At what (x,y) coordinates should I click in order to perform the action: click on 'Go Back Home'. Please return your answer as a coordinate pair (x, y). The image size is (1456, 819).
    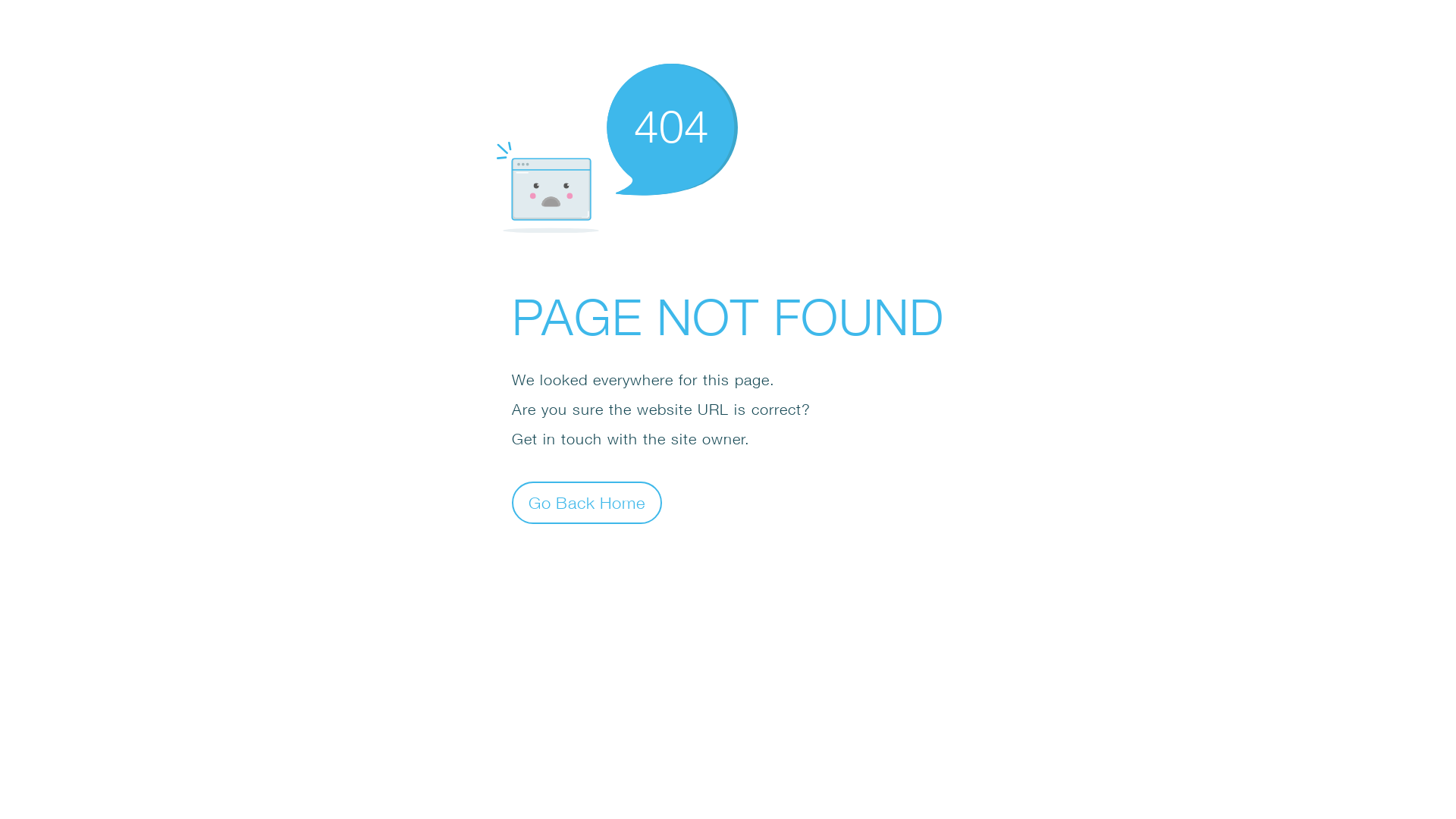
    Looking at the image, I should click on (585, 503).